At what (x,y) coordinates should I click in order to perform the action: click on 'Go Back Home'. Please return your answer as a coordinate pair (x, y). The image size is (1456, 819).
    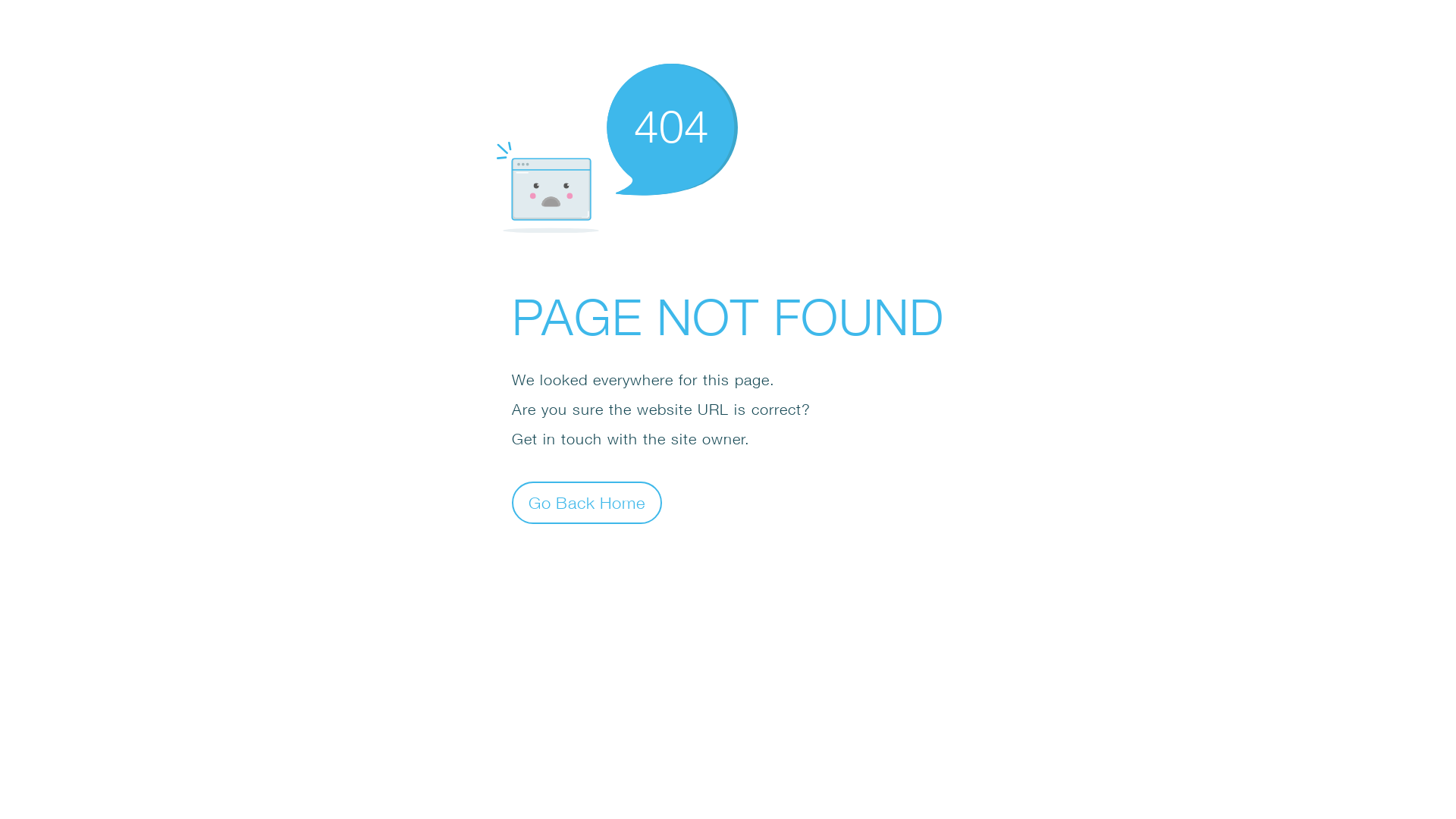
    Looking at the image, I should click on (585, 503).